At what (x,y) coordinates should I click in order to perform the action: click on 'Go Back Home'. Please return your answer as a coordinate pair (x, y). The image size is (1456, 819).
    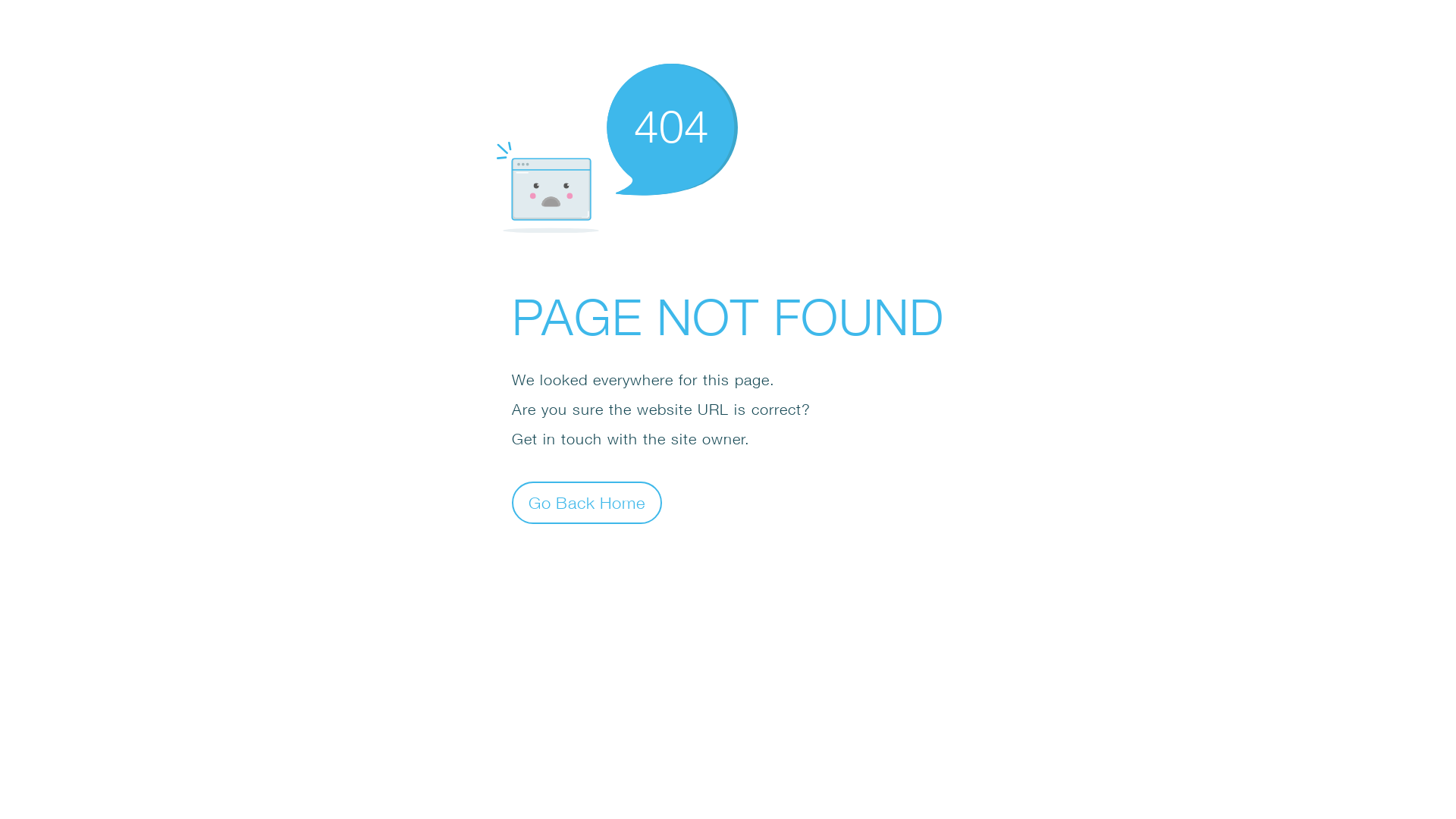
    Looking at the image, I should click on (585, 503).